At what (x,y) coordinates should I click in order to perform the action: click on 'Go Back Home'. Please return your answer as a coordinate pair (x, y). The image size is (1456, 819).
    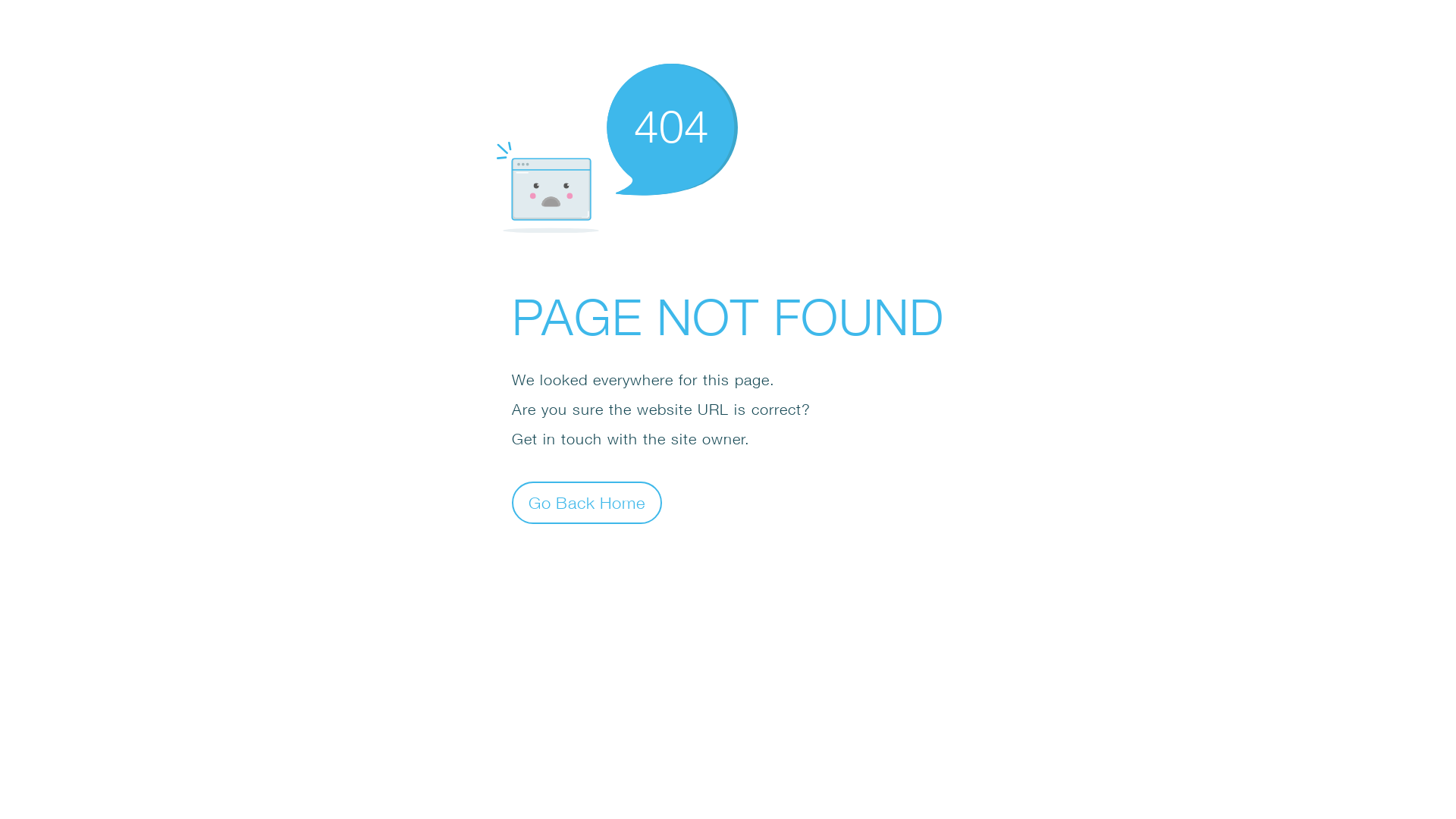
    Looking at the image, I should click on (585, 503).